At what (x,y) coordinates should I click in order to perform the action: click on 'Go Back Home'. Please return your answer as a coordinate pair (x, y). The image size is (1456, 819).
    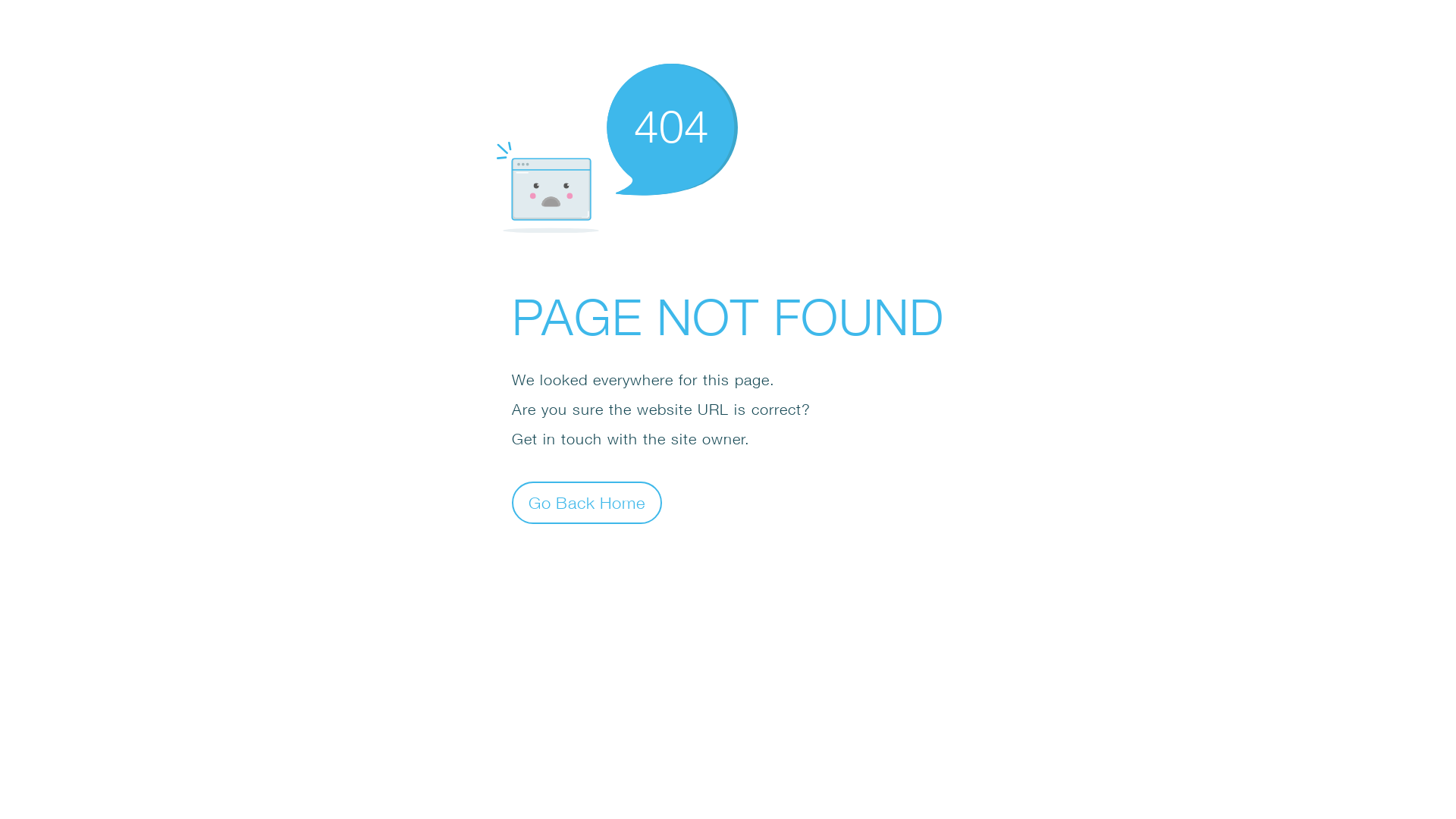
    Looking at the image, I should click on (585, 503).